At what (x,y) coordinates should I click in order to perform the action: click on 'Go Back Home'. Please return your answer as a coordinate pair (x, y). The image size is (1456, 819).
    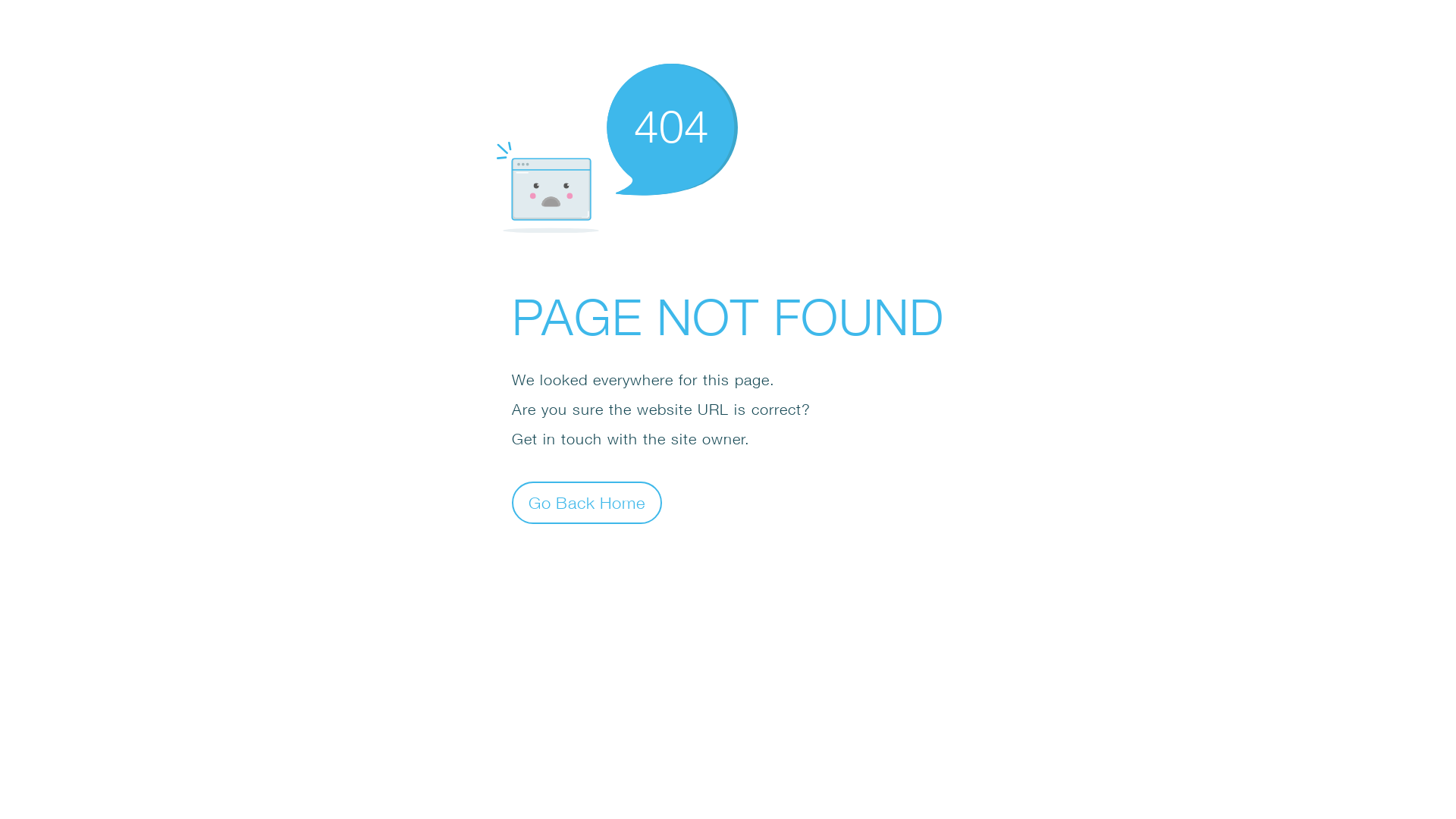
    Looking at the image, I should click on (585, 503).